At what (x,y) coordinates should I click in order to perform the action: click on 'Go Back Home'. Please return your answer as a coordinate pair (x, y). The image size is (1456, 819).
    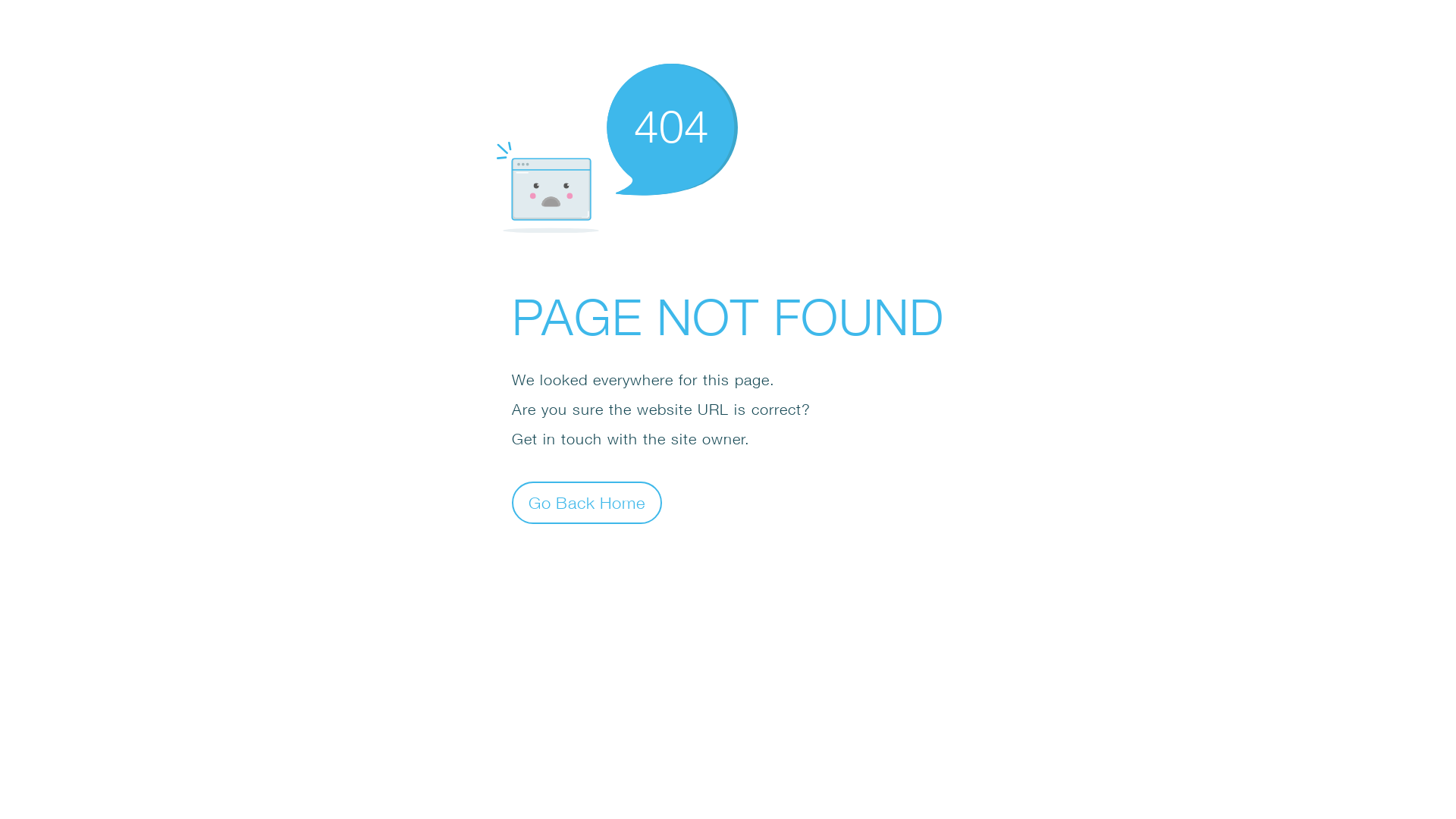
    Looking at the image, I should click on (585, 503).